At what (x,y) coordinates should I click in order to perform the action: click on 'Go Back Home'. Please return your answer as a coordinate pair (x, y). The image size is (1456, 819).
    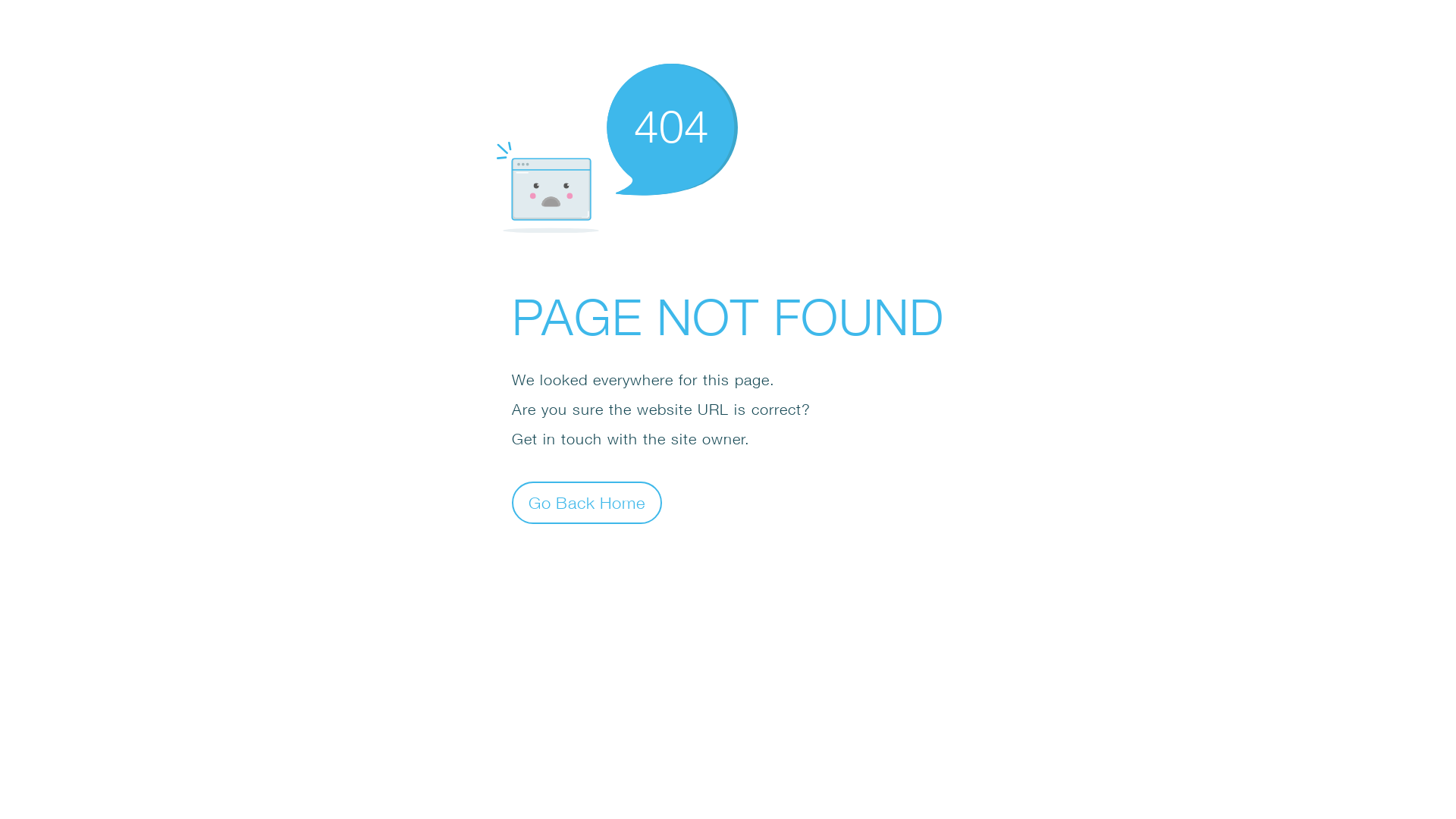
    Looking at the image, I should click on (585, 503).